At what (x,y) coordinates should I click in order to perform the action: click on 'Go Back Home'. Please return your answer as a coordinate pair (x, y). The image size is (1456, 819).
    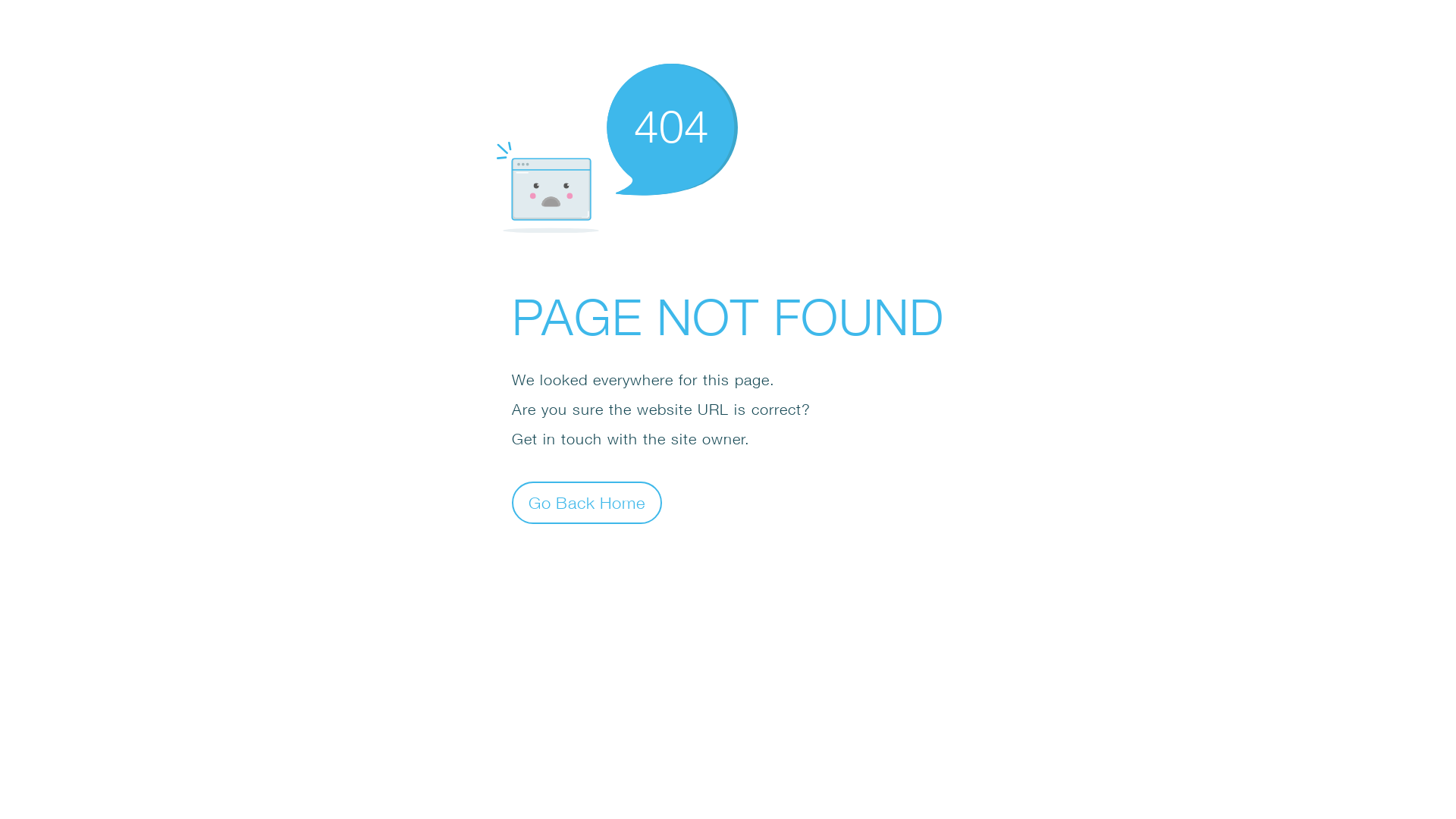
    Looking at the image, I should click on (585, 503).